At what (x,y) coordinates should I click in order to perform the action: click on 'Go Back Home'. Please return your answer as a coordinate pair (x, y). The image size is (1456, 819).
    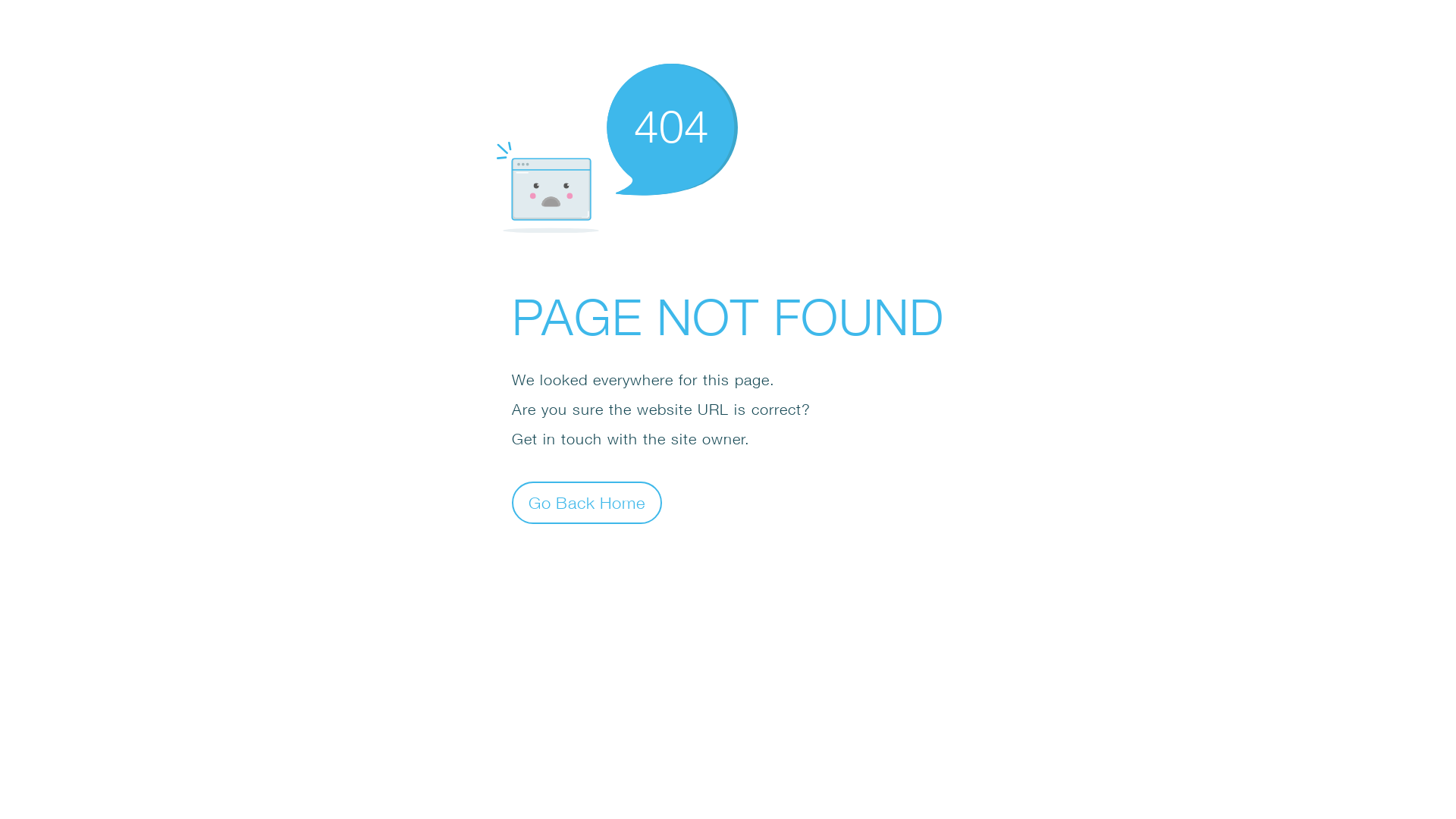
    Looking at the image, I should click on (585, 503).